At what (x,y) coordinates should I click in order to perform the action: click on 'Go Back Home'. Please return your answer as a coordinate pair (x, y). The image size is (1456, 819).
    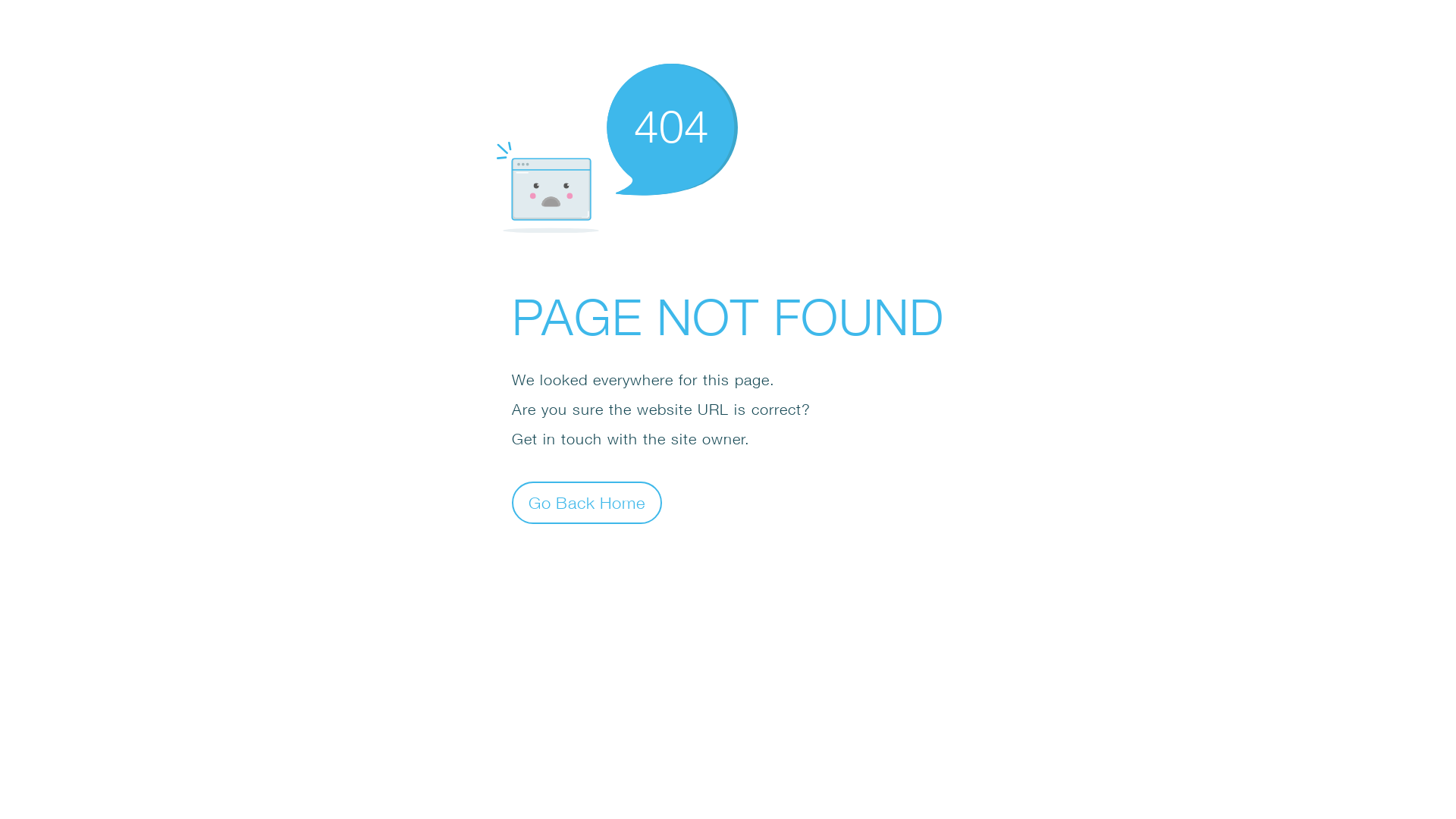
    Looking at the image, I should click on (585, 503).